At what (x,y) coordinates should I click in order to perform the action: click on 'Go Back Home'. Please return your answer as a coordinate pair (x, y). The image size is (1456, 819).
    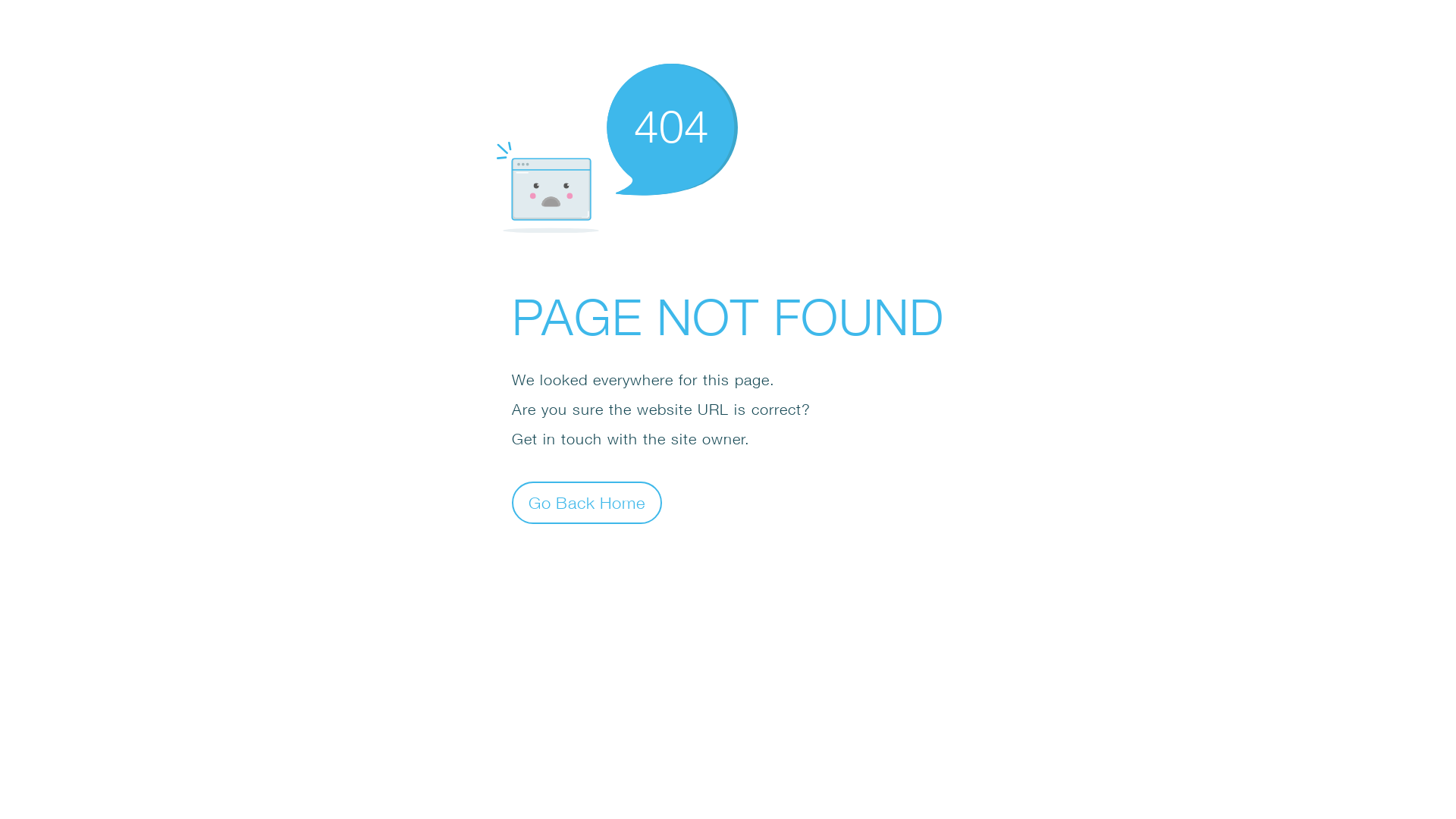
    Looking at the image, I should click on (585, 503).